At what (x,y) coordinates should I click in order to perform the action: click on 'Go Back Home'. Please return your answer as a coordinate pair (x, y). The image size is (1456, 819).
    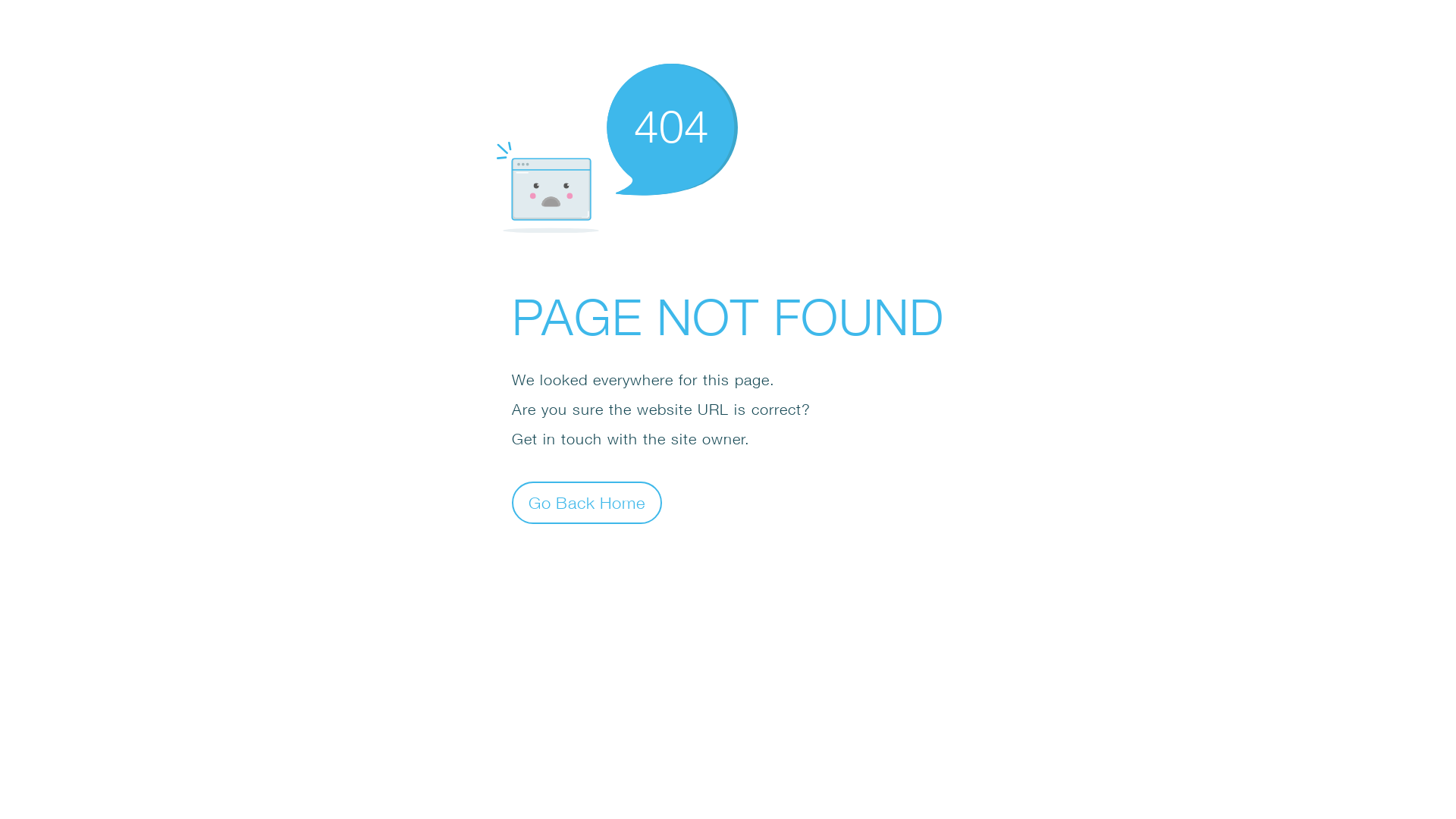
    Looking at the image, I should click on (585, 503).